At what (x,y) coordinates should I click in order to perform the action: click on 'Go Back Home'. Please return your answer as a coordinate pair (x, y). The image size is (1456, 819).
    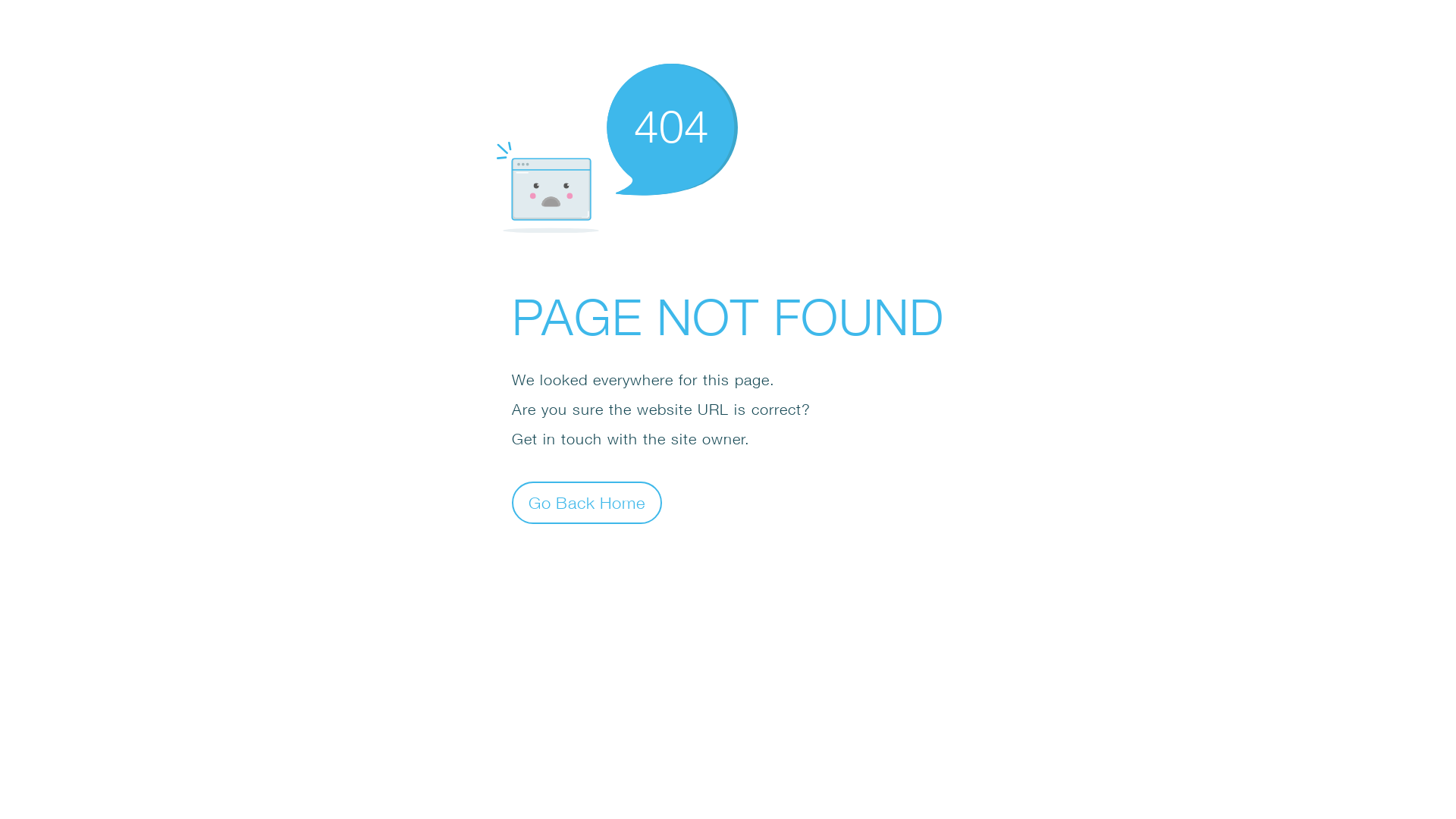
    Looking at the image, I should click on (585, 503).